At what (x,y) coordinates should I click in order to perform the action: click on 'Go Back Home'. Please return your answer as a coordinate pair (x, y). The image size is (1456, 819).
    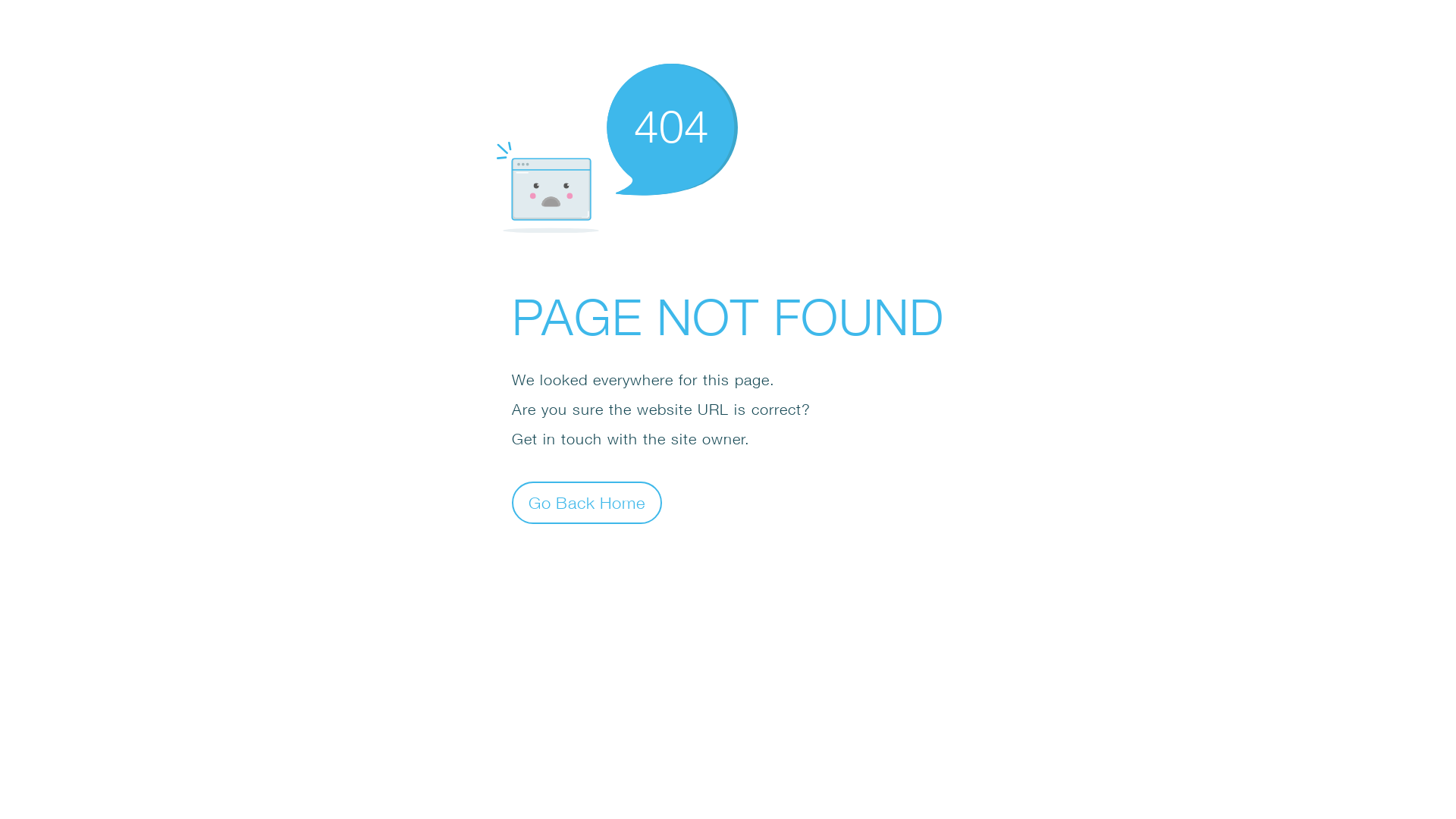
    Looking at the image, I should click on (585, 503).